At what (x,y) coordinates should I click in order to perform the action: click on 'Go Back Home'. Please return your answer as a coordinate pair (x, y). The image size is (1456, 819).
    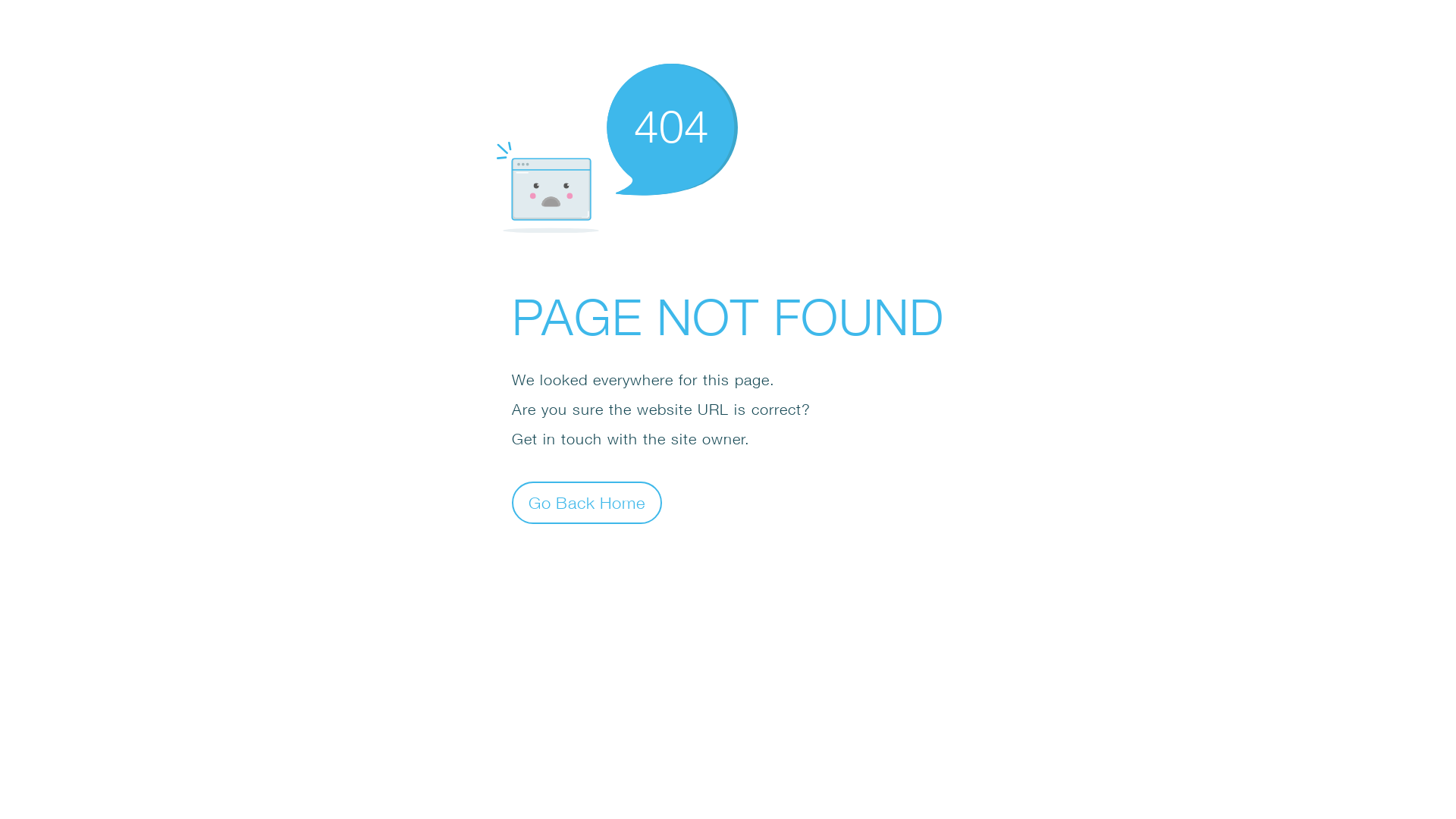
    Looking at the image, I should click on (585, 503).